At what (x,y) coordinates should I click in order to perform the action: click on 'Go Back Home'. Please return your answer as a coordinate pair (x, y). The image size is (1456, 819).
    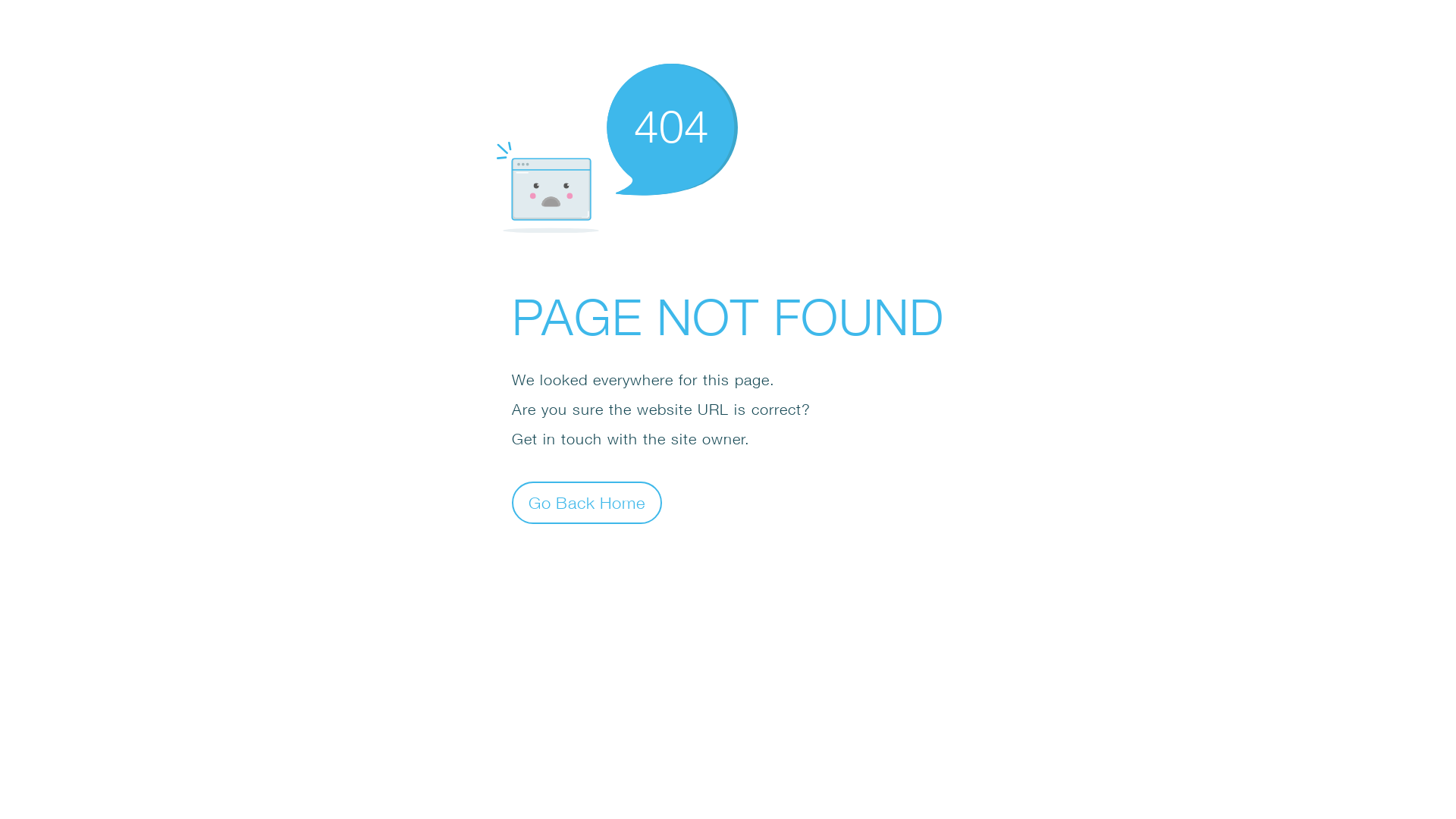
    Looking at the image, I should click on (585, 503).